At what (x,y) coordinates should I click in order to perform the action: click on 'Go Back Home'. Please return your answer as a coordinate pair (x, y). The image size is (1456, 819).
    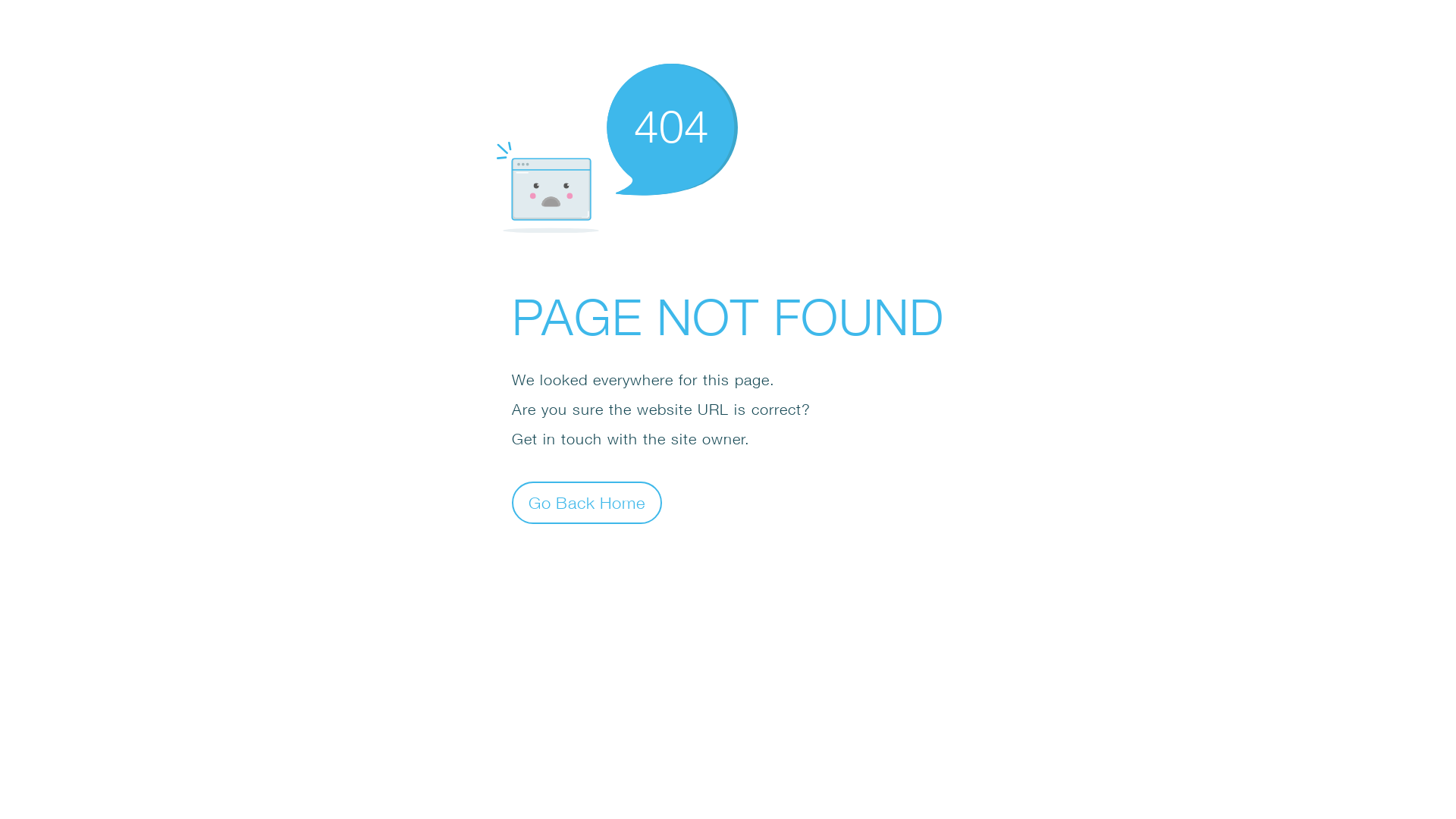
    Looking at the image, I should click on (585, 503).